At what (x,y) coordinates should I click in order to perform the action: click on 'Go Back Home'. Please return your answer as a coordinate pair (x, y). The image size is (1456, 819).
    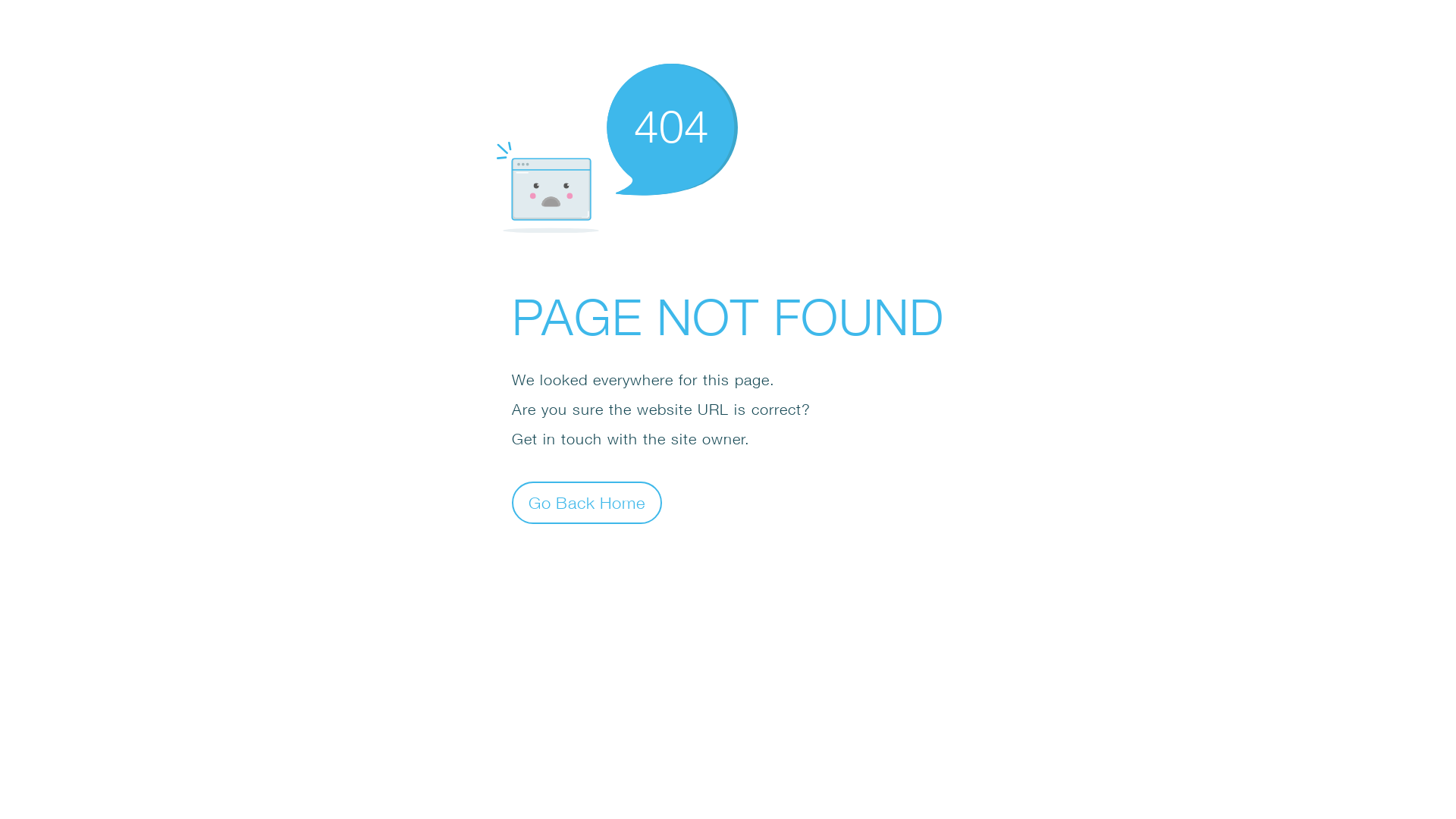
    Looking at the image, I should click on (585, 503).